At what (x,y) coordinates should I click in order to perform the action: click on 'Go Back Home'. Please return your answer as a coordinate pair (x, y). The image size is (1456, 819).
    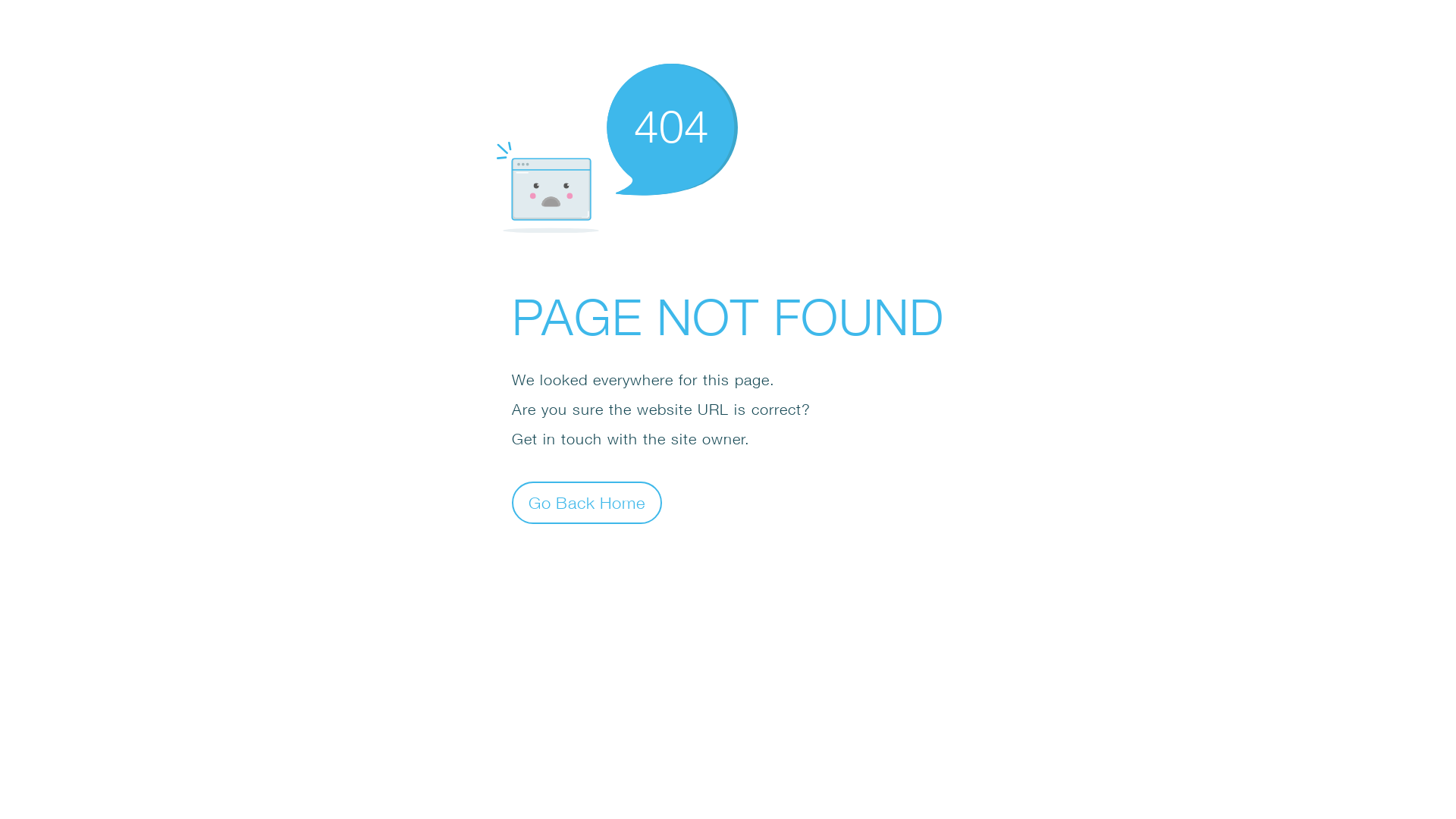
    Looking at the image, I should click on (585, 503).